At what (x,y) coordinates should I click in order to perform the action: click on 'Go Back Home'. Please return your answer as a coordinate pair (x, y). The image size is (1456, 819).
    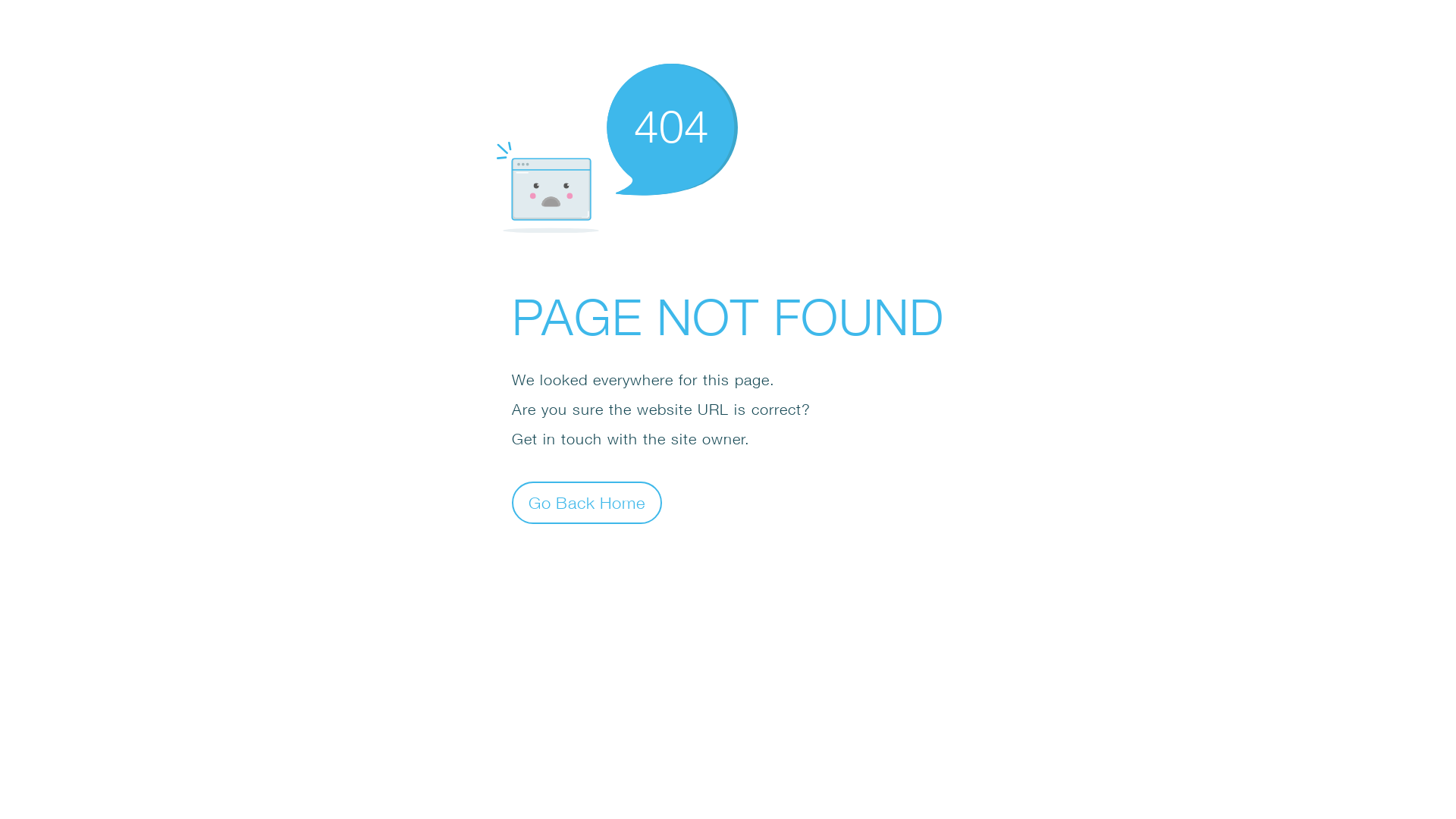
    Looking at the image, I should click on (585, 503).